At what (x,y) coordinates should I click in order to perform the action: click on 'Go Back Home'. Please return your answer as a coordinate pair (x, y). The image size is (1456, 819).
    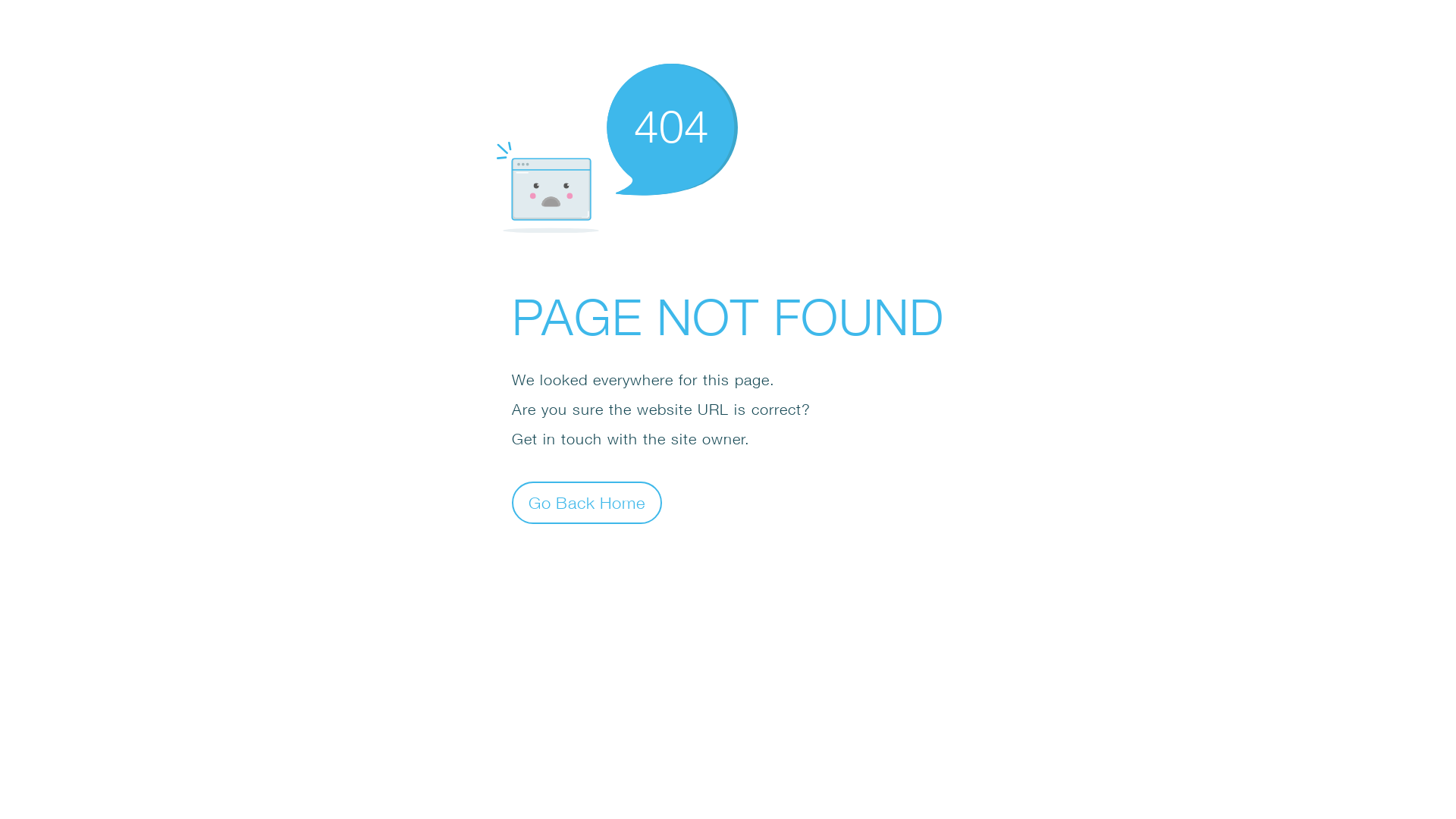
    Looking at the image, I should click on (585, 503).